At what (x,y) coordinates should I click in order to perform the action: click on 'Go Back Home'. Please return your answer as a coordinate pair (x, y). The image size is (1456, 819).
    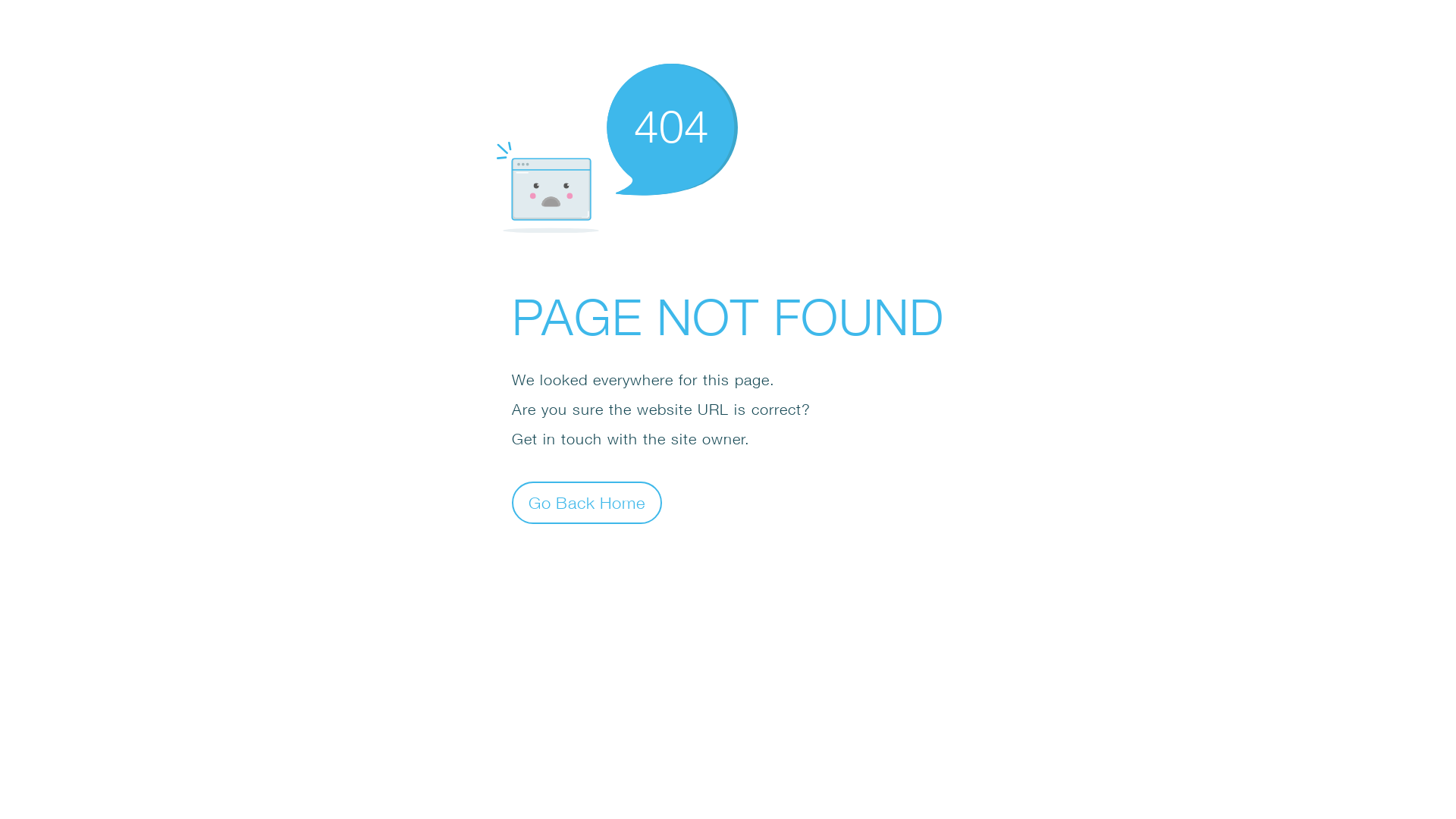
    Looking at the image, I should click on (585, 503).